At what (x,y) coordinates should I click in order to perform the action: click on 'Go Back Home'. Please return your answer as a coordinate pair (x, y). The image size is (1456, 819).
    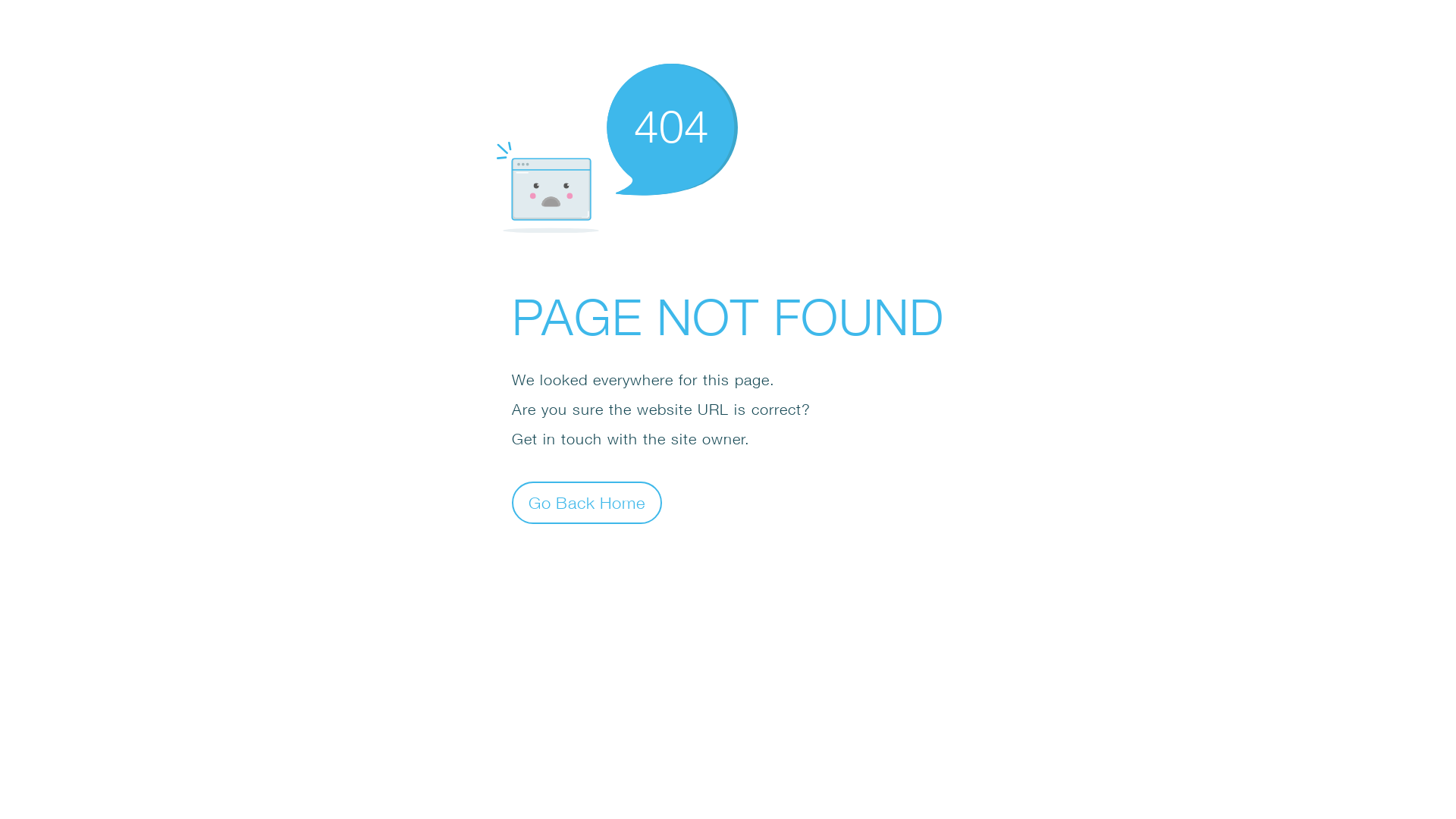
    Looking at the image, I should click on (585, 503).